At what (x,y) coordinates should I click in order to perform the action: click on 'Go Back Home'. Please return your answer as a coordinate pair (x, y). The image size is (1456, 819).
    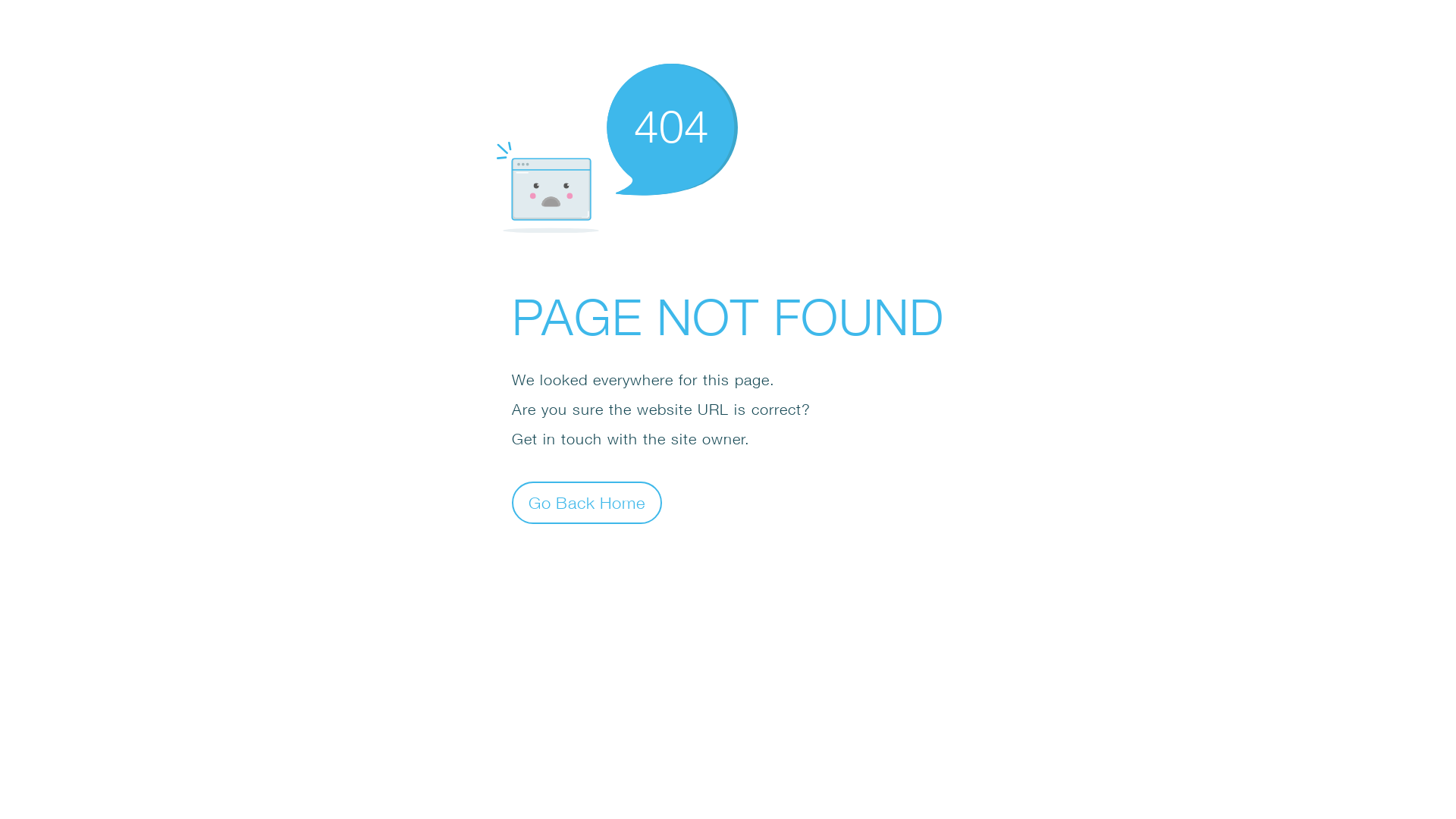
    Looking at the image, I should click on (585, 503).